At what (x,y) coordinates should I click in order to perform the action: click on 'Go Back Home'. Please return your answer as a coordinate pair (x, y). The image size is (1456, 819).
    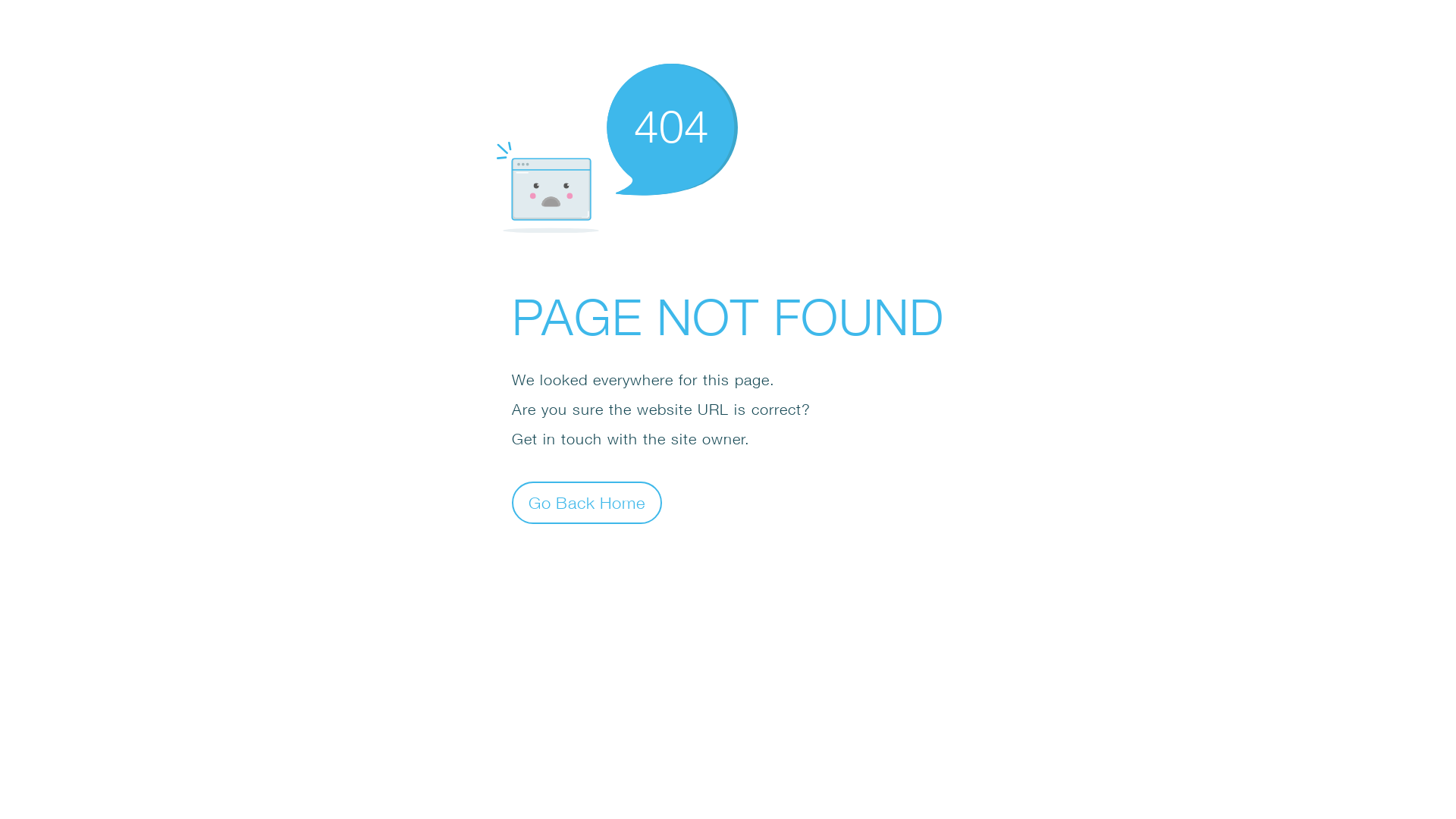
    Looking at the image, I should click on (585, 503).